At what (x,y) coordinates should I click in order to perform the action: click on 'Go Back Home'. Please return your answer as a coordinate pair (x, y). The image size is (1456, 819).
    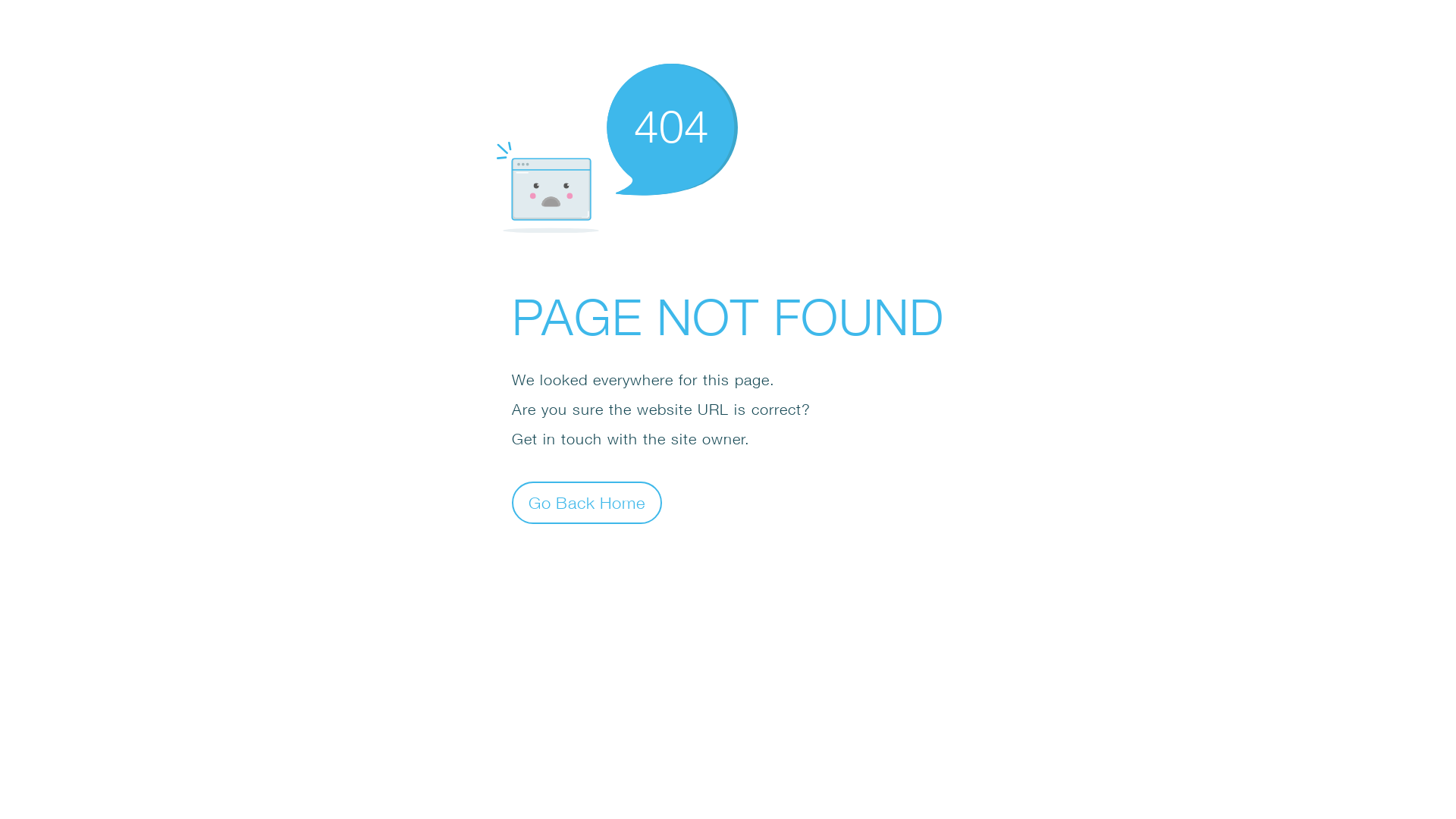
    Looking at the image, I should click on (585, 503).